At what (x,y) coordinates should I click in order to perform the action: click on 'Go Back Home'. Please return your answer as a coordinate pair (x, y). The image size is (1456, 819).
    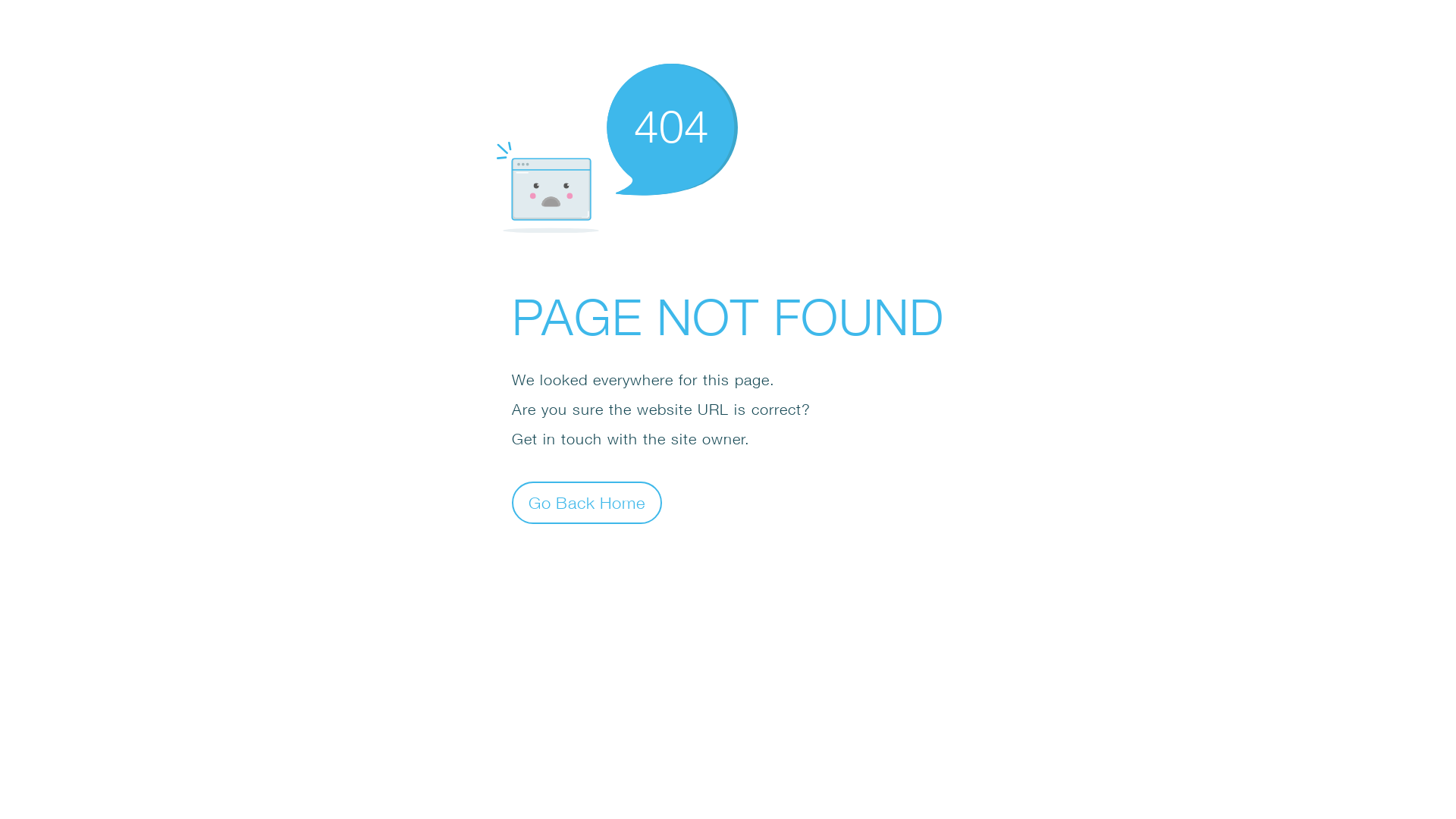
    Looking at the image, I should click on (585, 503).